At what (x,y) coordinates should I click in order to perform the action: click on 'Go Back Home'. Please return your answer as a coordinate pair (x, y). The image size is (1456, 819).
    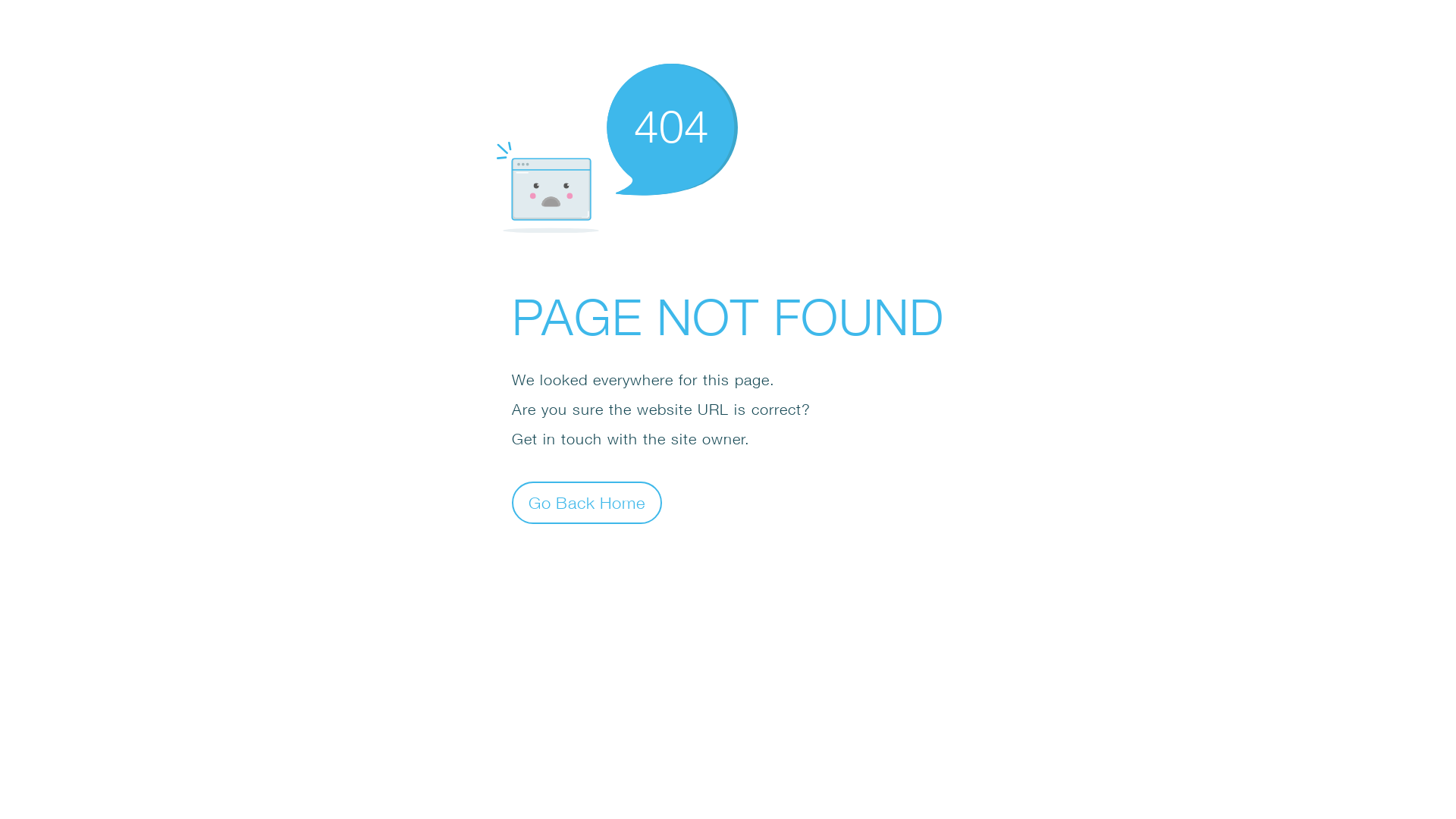
    Looking at the image, I should click on (585, 503).